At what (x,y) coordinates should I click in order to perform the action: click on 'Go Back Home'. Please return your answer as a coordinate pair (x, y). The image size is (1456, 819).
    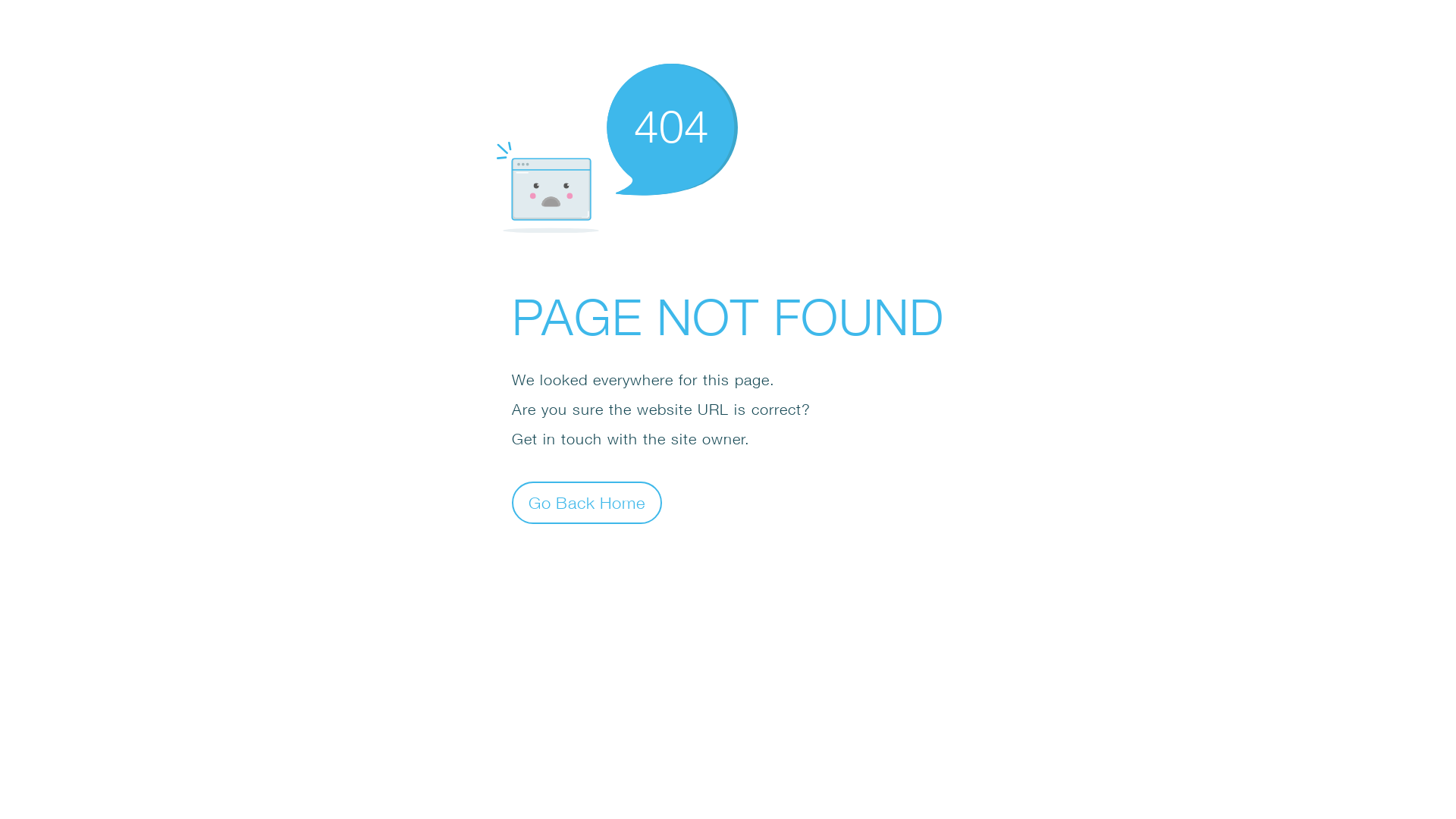
    Looking at the image, I should click on (585, 503).